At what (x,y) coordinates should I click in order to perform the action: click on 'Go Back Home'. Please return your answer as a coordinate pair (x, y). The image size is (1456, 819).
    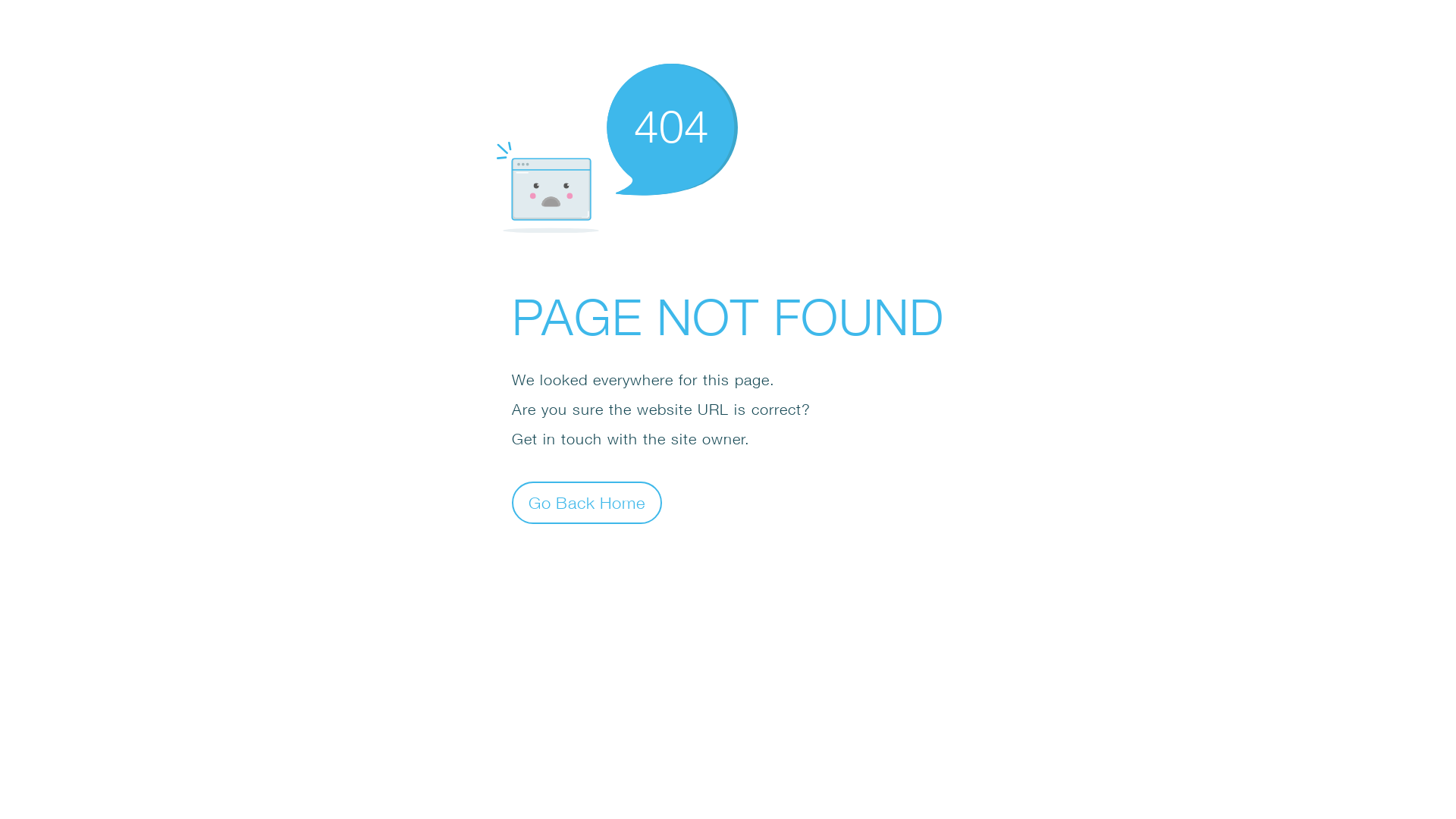
    Looking at the image, I should click on (585, 503).